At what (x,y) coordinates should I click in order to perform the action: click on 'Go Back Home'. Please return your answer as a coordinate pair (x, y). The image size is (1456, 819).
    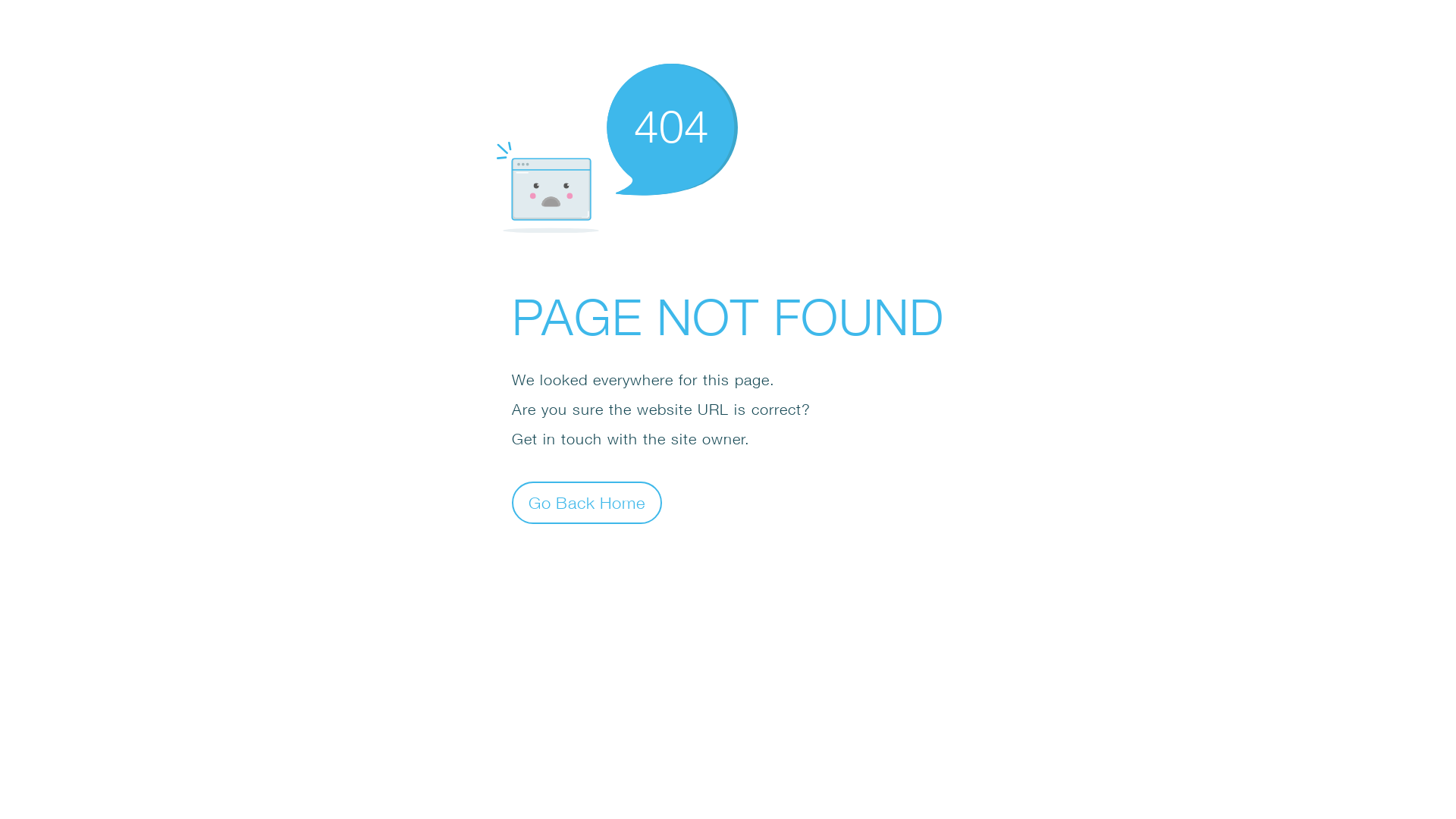
    Looking at the image, I should click on (585, 503).